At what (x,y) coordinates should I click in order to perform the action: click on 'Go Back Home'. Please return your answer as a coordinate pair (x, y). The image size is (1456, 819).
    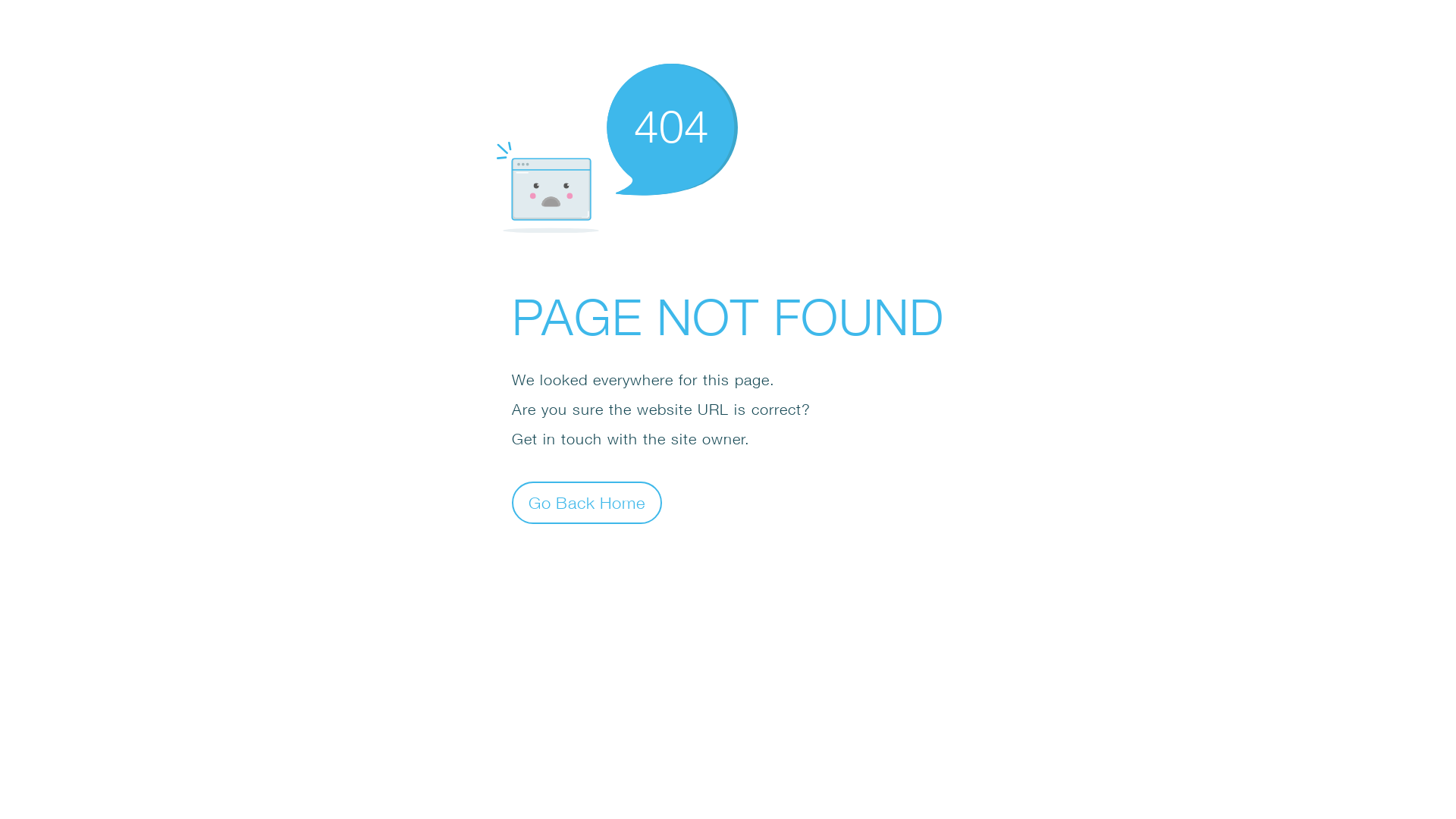
    Looking at the image, I should click on (585, 503).